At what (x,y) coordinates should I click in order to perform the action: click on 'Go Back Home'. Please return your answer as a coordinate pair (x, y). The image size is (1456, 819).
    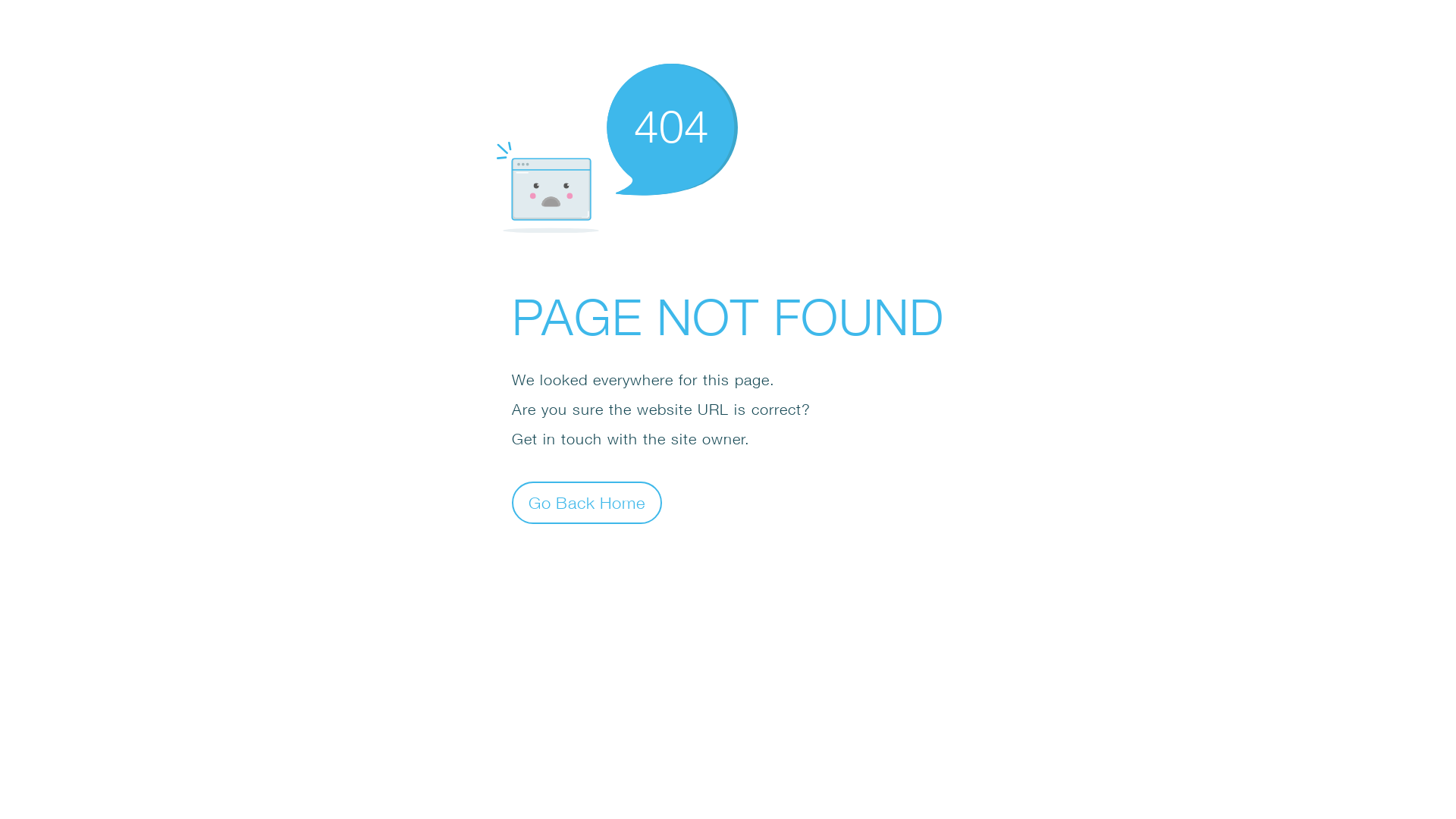
    Looking at the image, I should click on (585, 503).